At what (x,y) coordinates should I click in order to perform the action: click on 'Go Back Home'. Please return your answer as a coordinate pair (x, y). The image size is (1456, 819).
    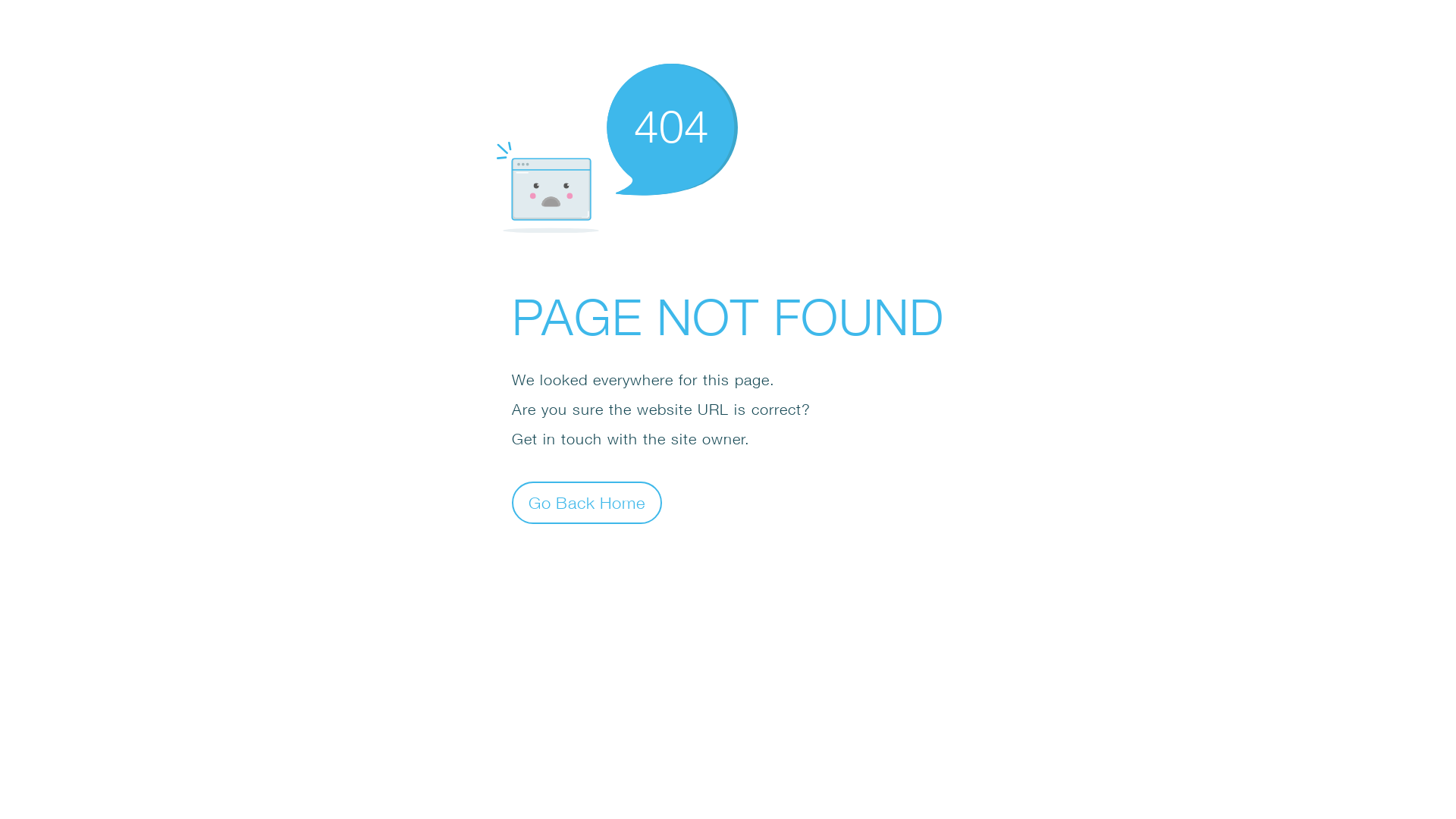
    Looking at the image, I should click on (585, 503).